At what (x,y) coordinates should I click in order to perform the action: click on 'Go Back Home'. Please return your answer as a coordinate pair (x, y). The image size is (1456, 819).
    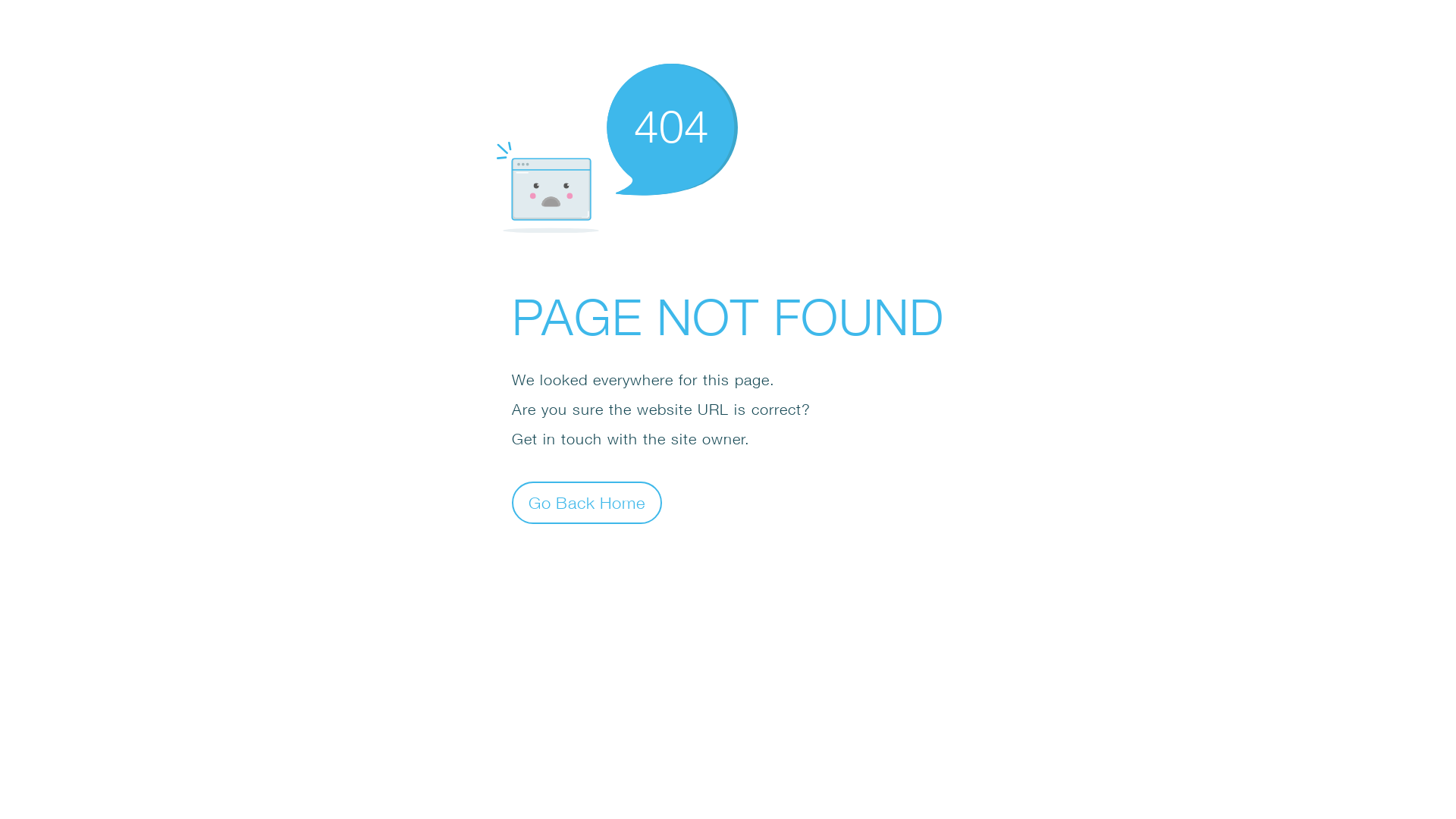
    Looking at the image, I should click on (585, 503).